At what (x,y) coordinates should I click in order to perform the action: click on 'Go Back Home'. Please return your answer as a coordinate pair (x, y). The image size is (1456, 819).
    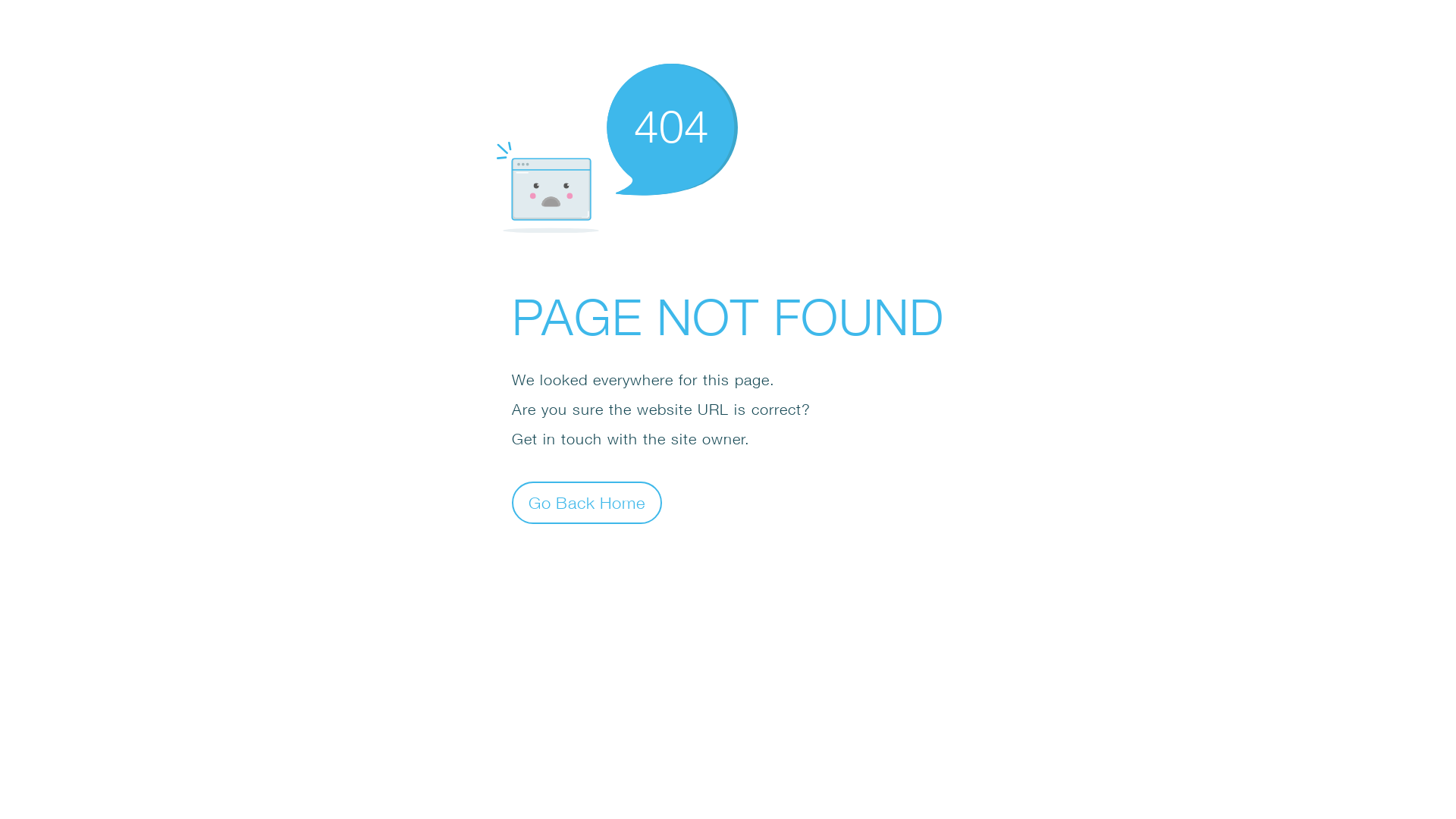
    Looking at the image, I should click on (585, 503).